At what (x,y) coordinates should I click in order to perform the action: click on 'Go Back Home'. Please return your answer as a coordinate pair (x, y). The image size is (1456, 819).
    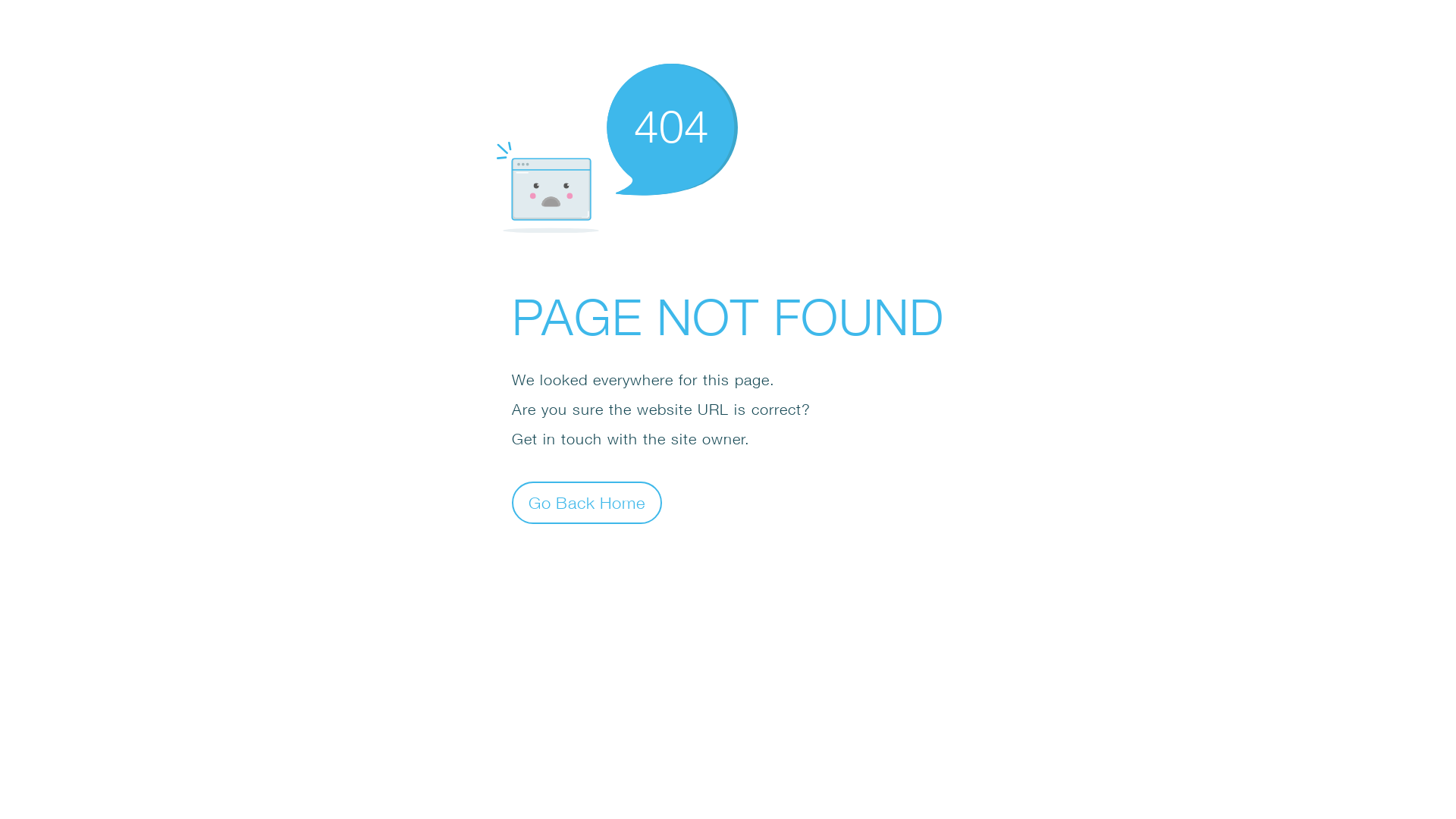
    Looking at the image, I should click on (585, 503).